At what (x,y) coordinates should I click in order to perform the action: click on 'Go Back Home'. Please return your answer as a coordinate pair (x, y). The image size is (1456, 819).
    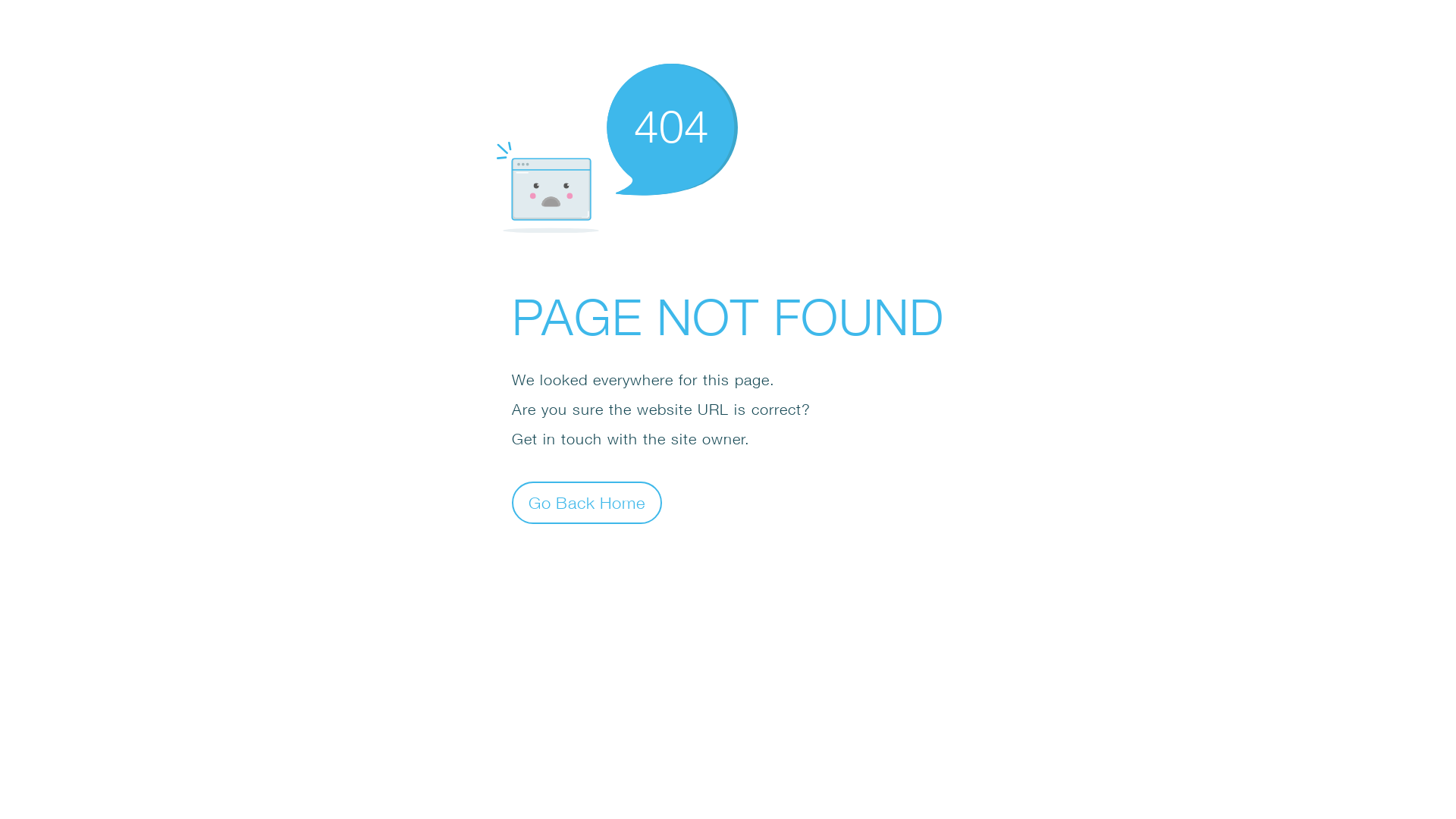
    Looking at the image, I should click on (585, 503).